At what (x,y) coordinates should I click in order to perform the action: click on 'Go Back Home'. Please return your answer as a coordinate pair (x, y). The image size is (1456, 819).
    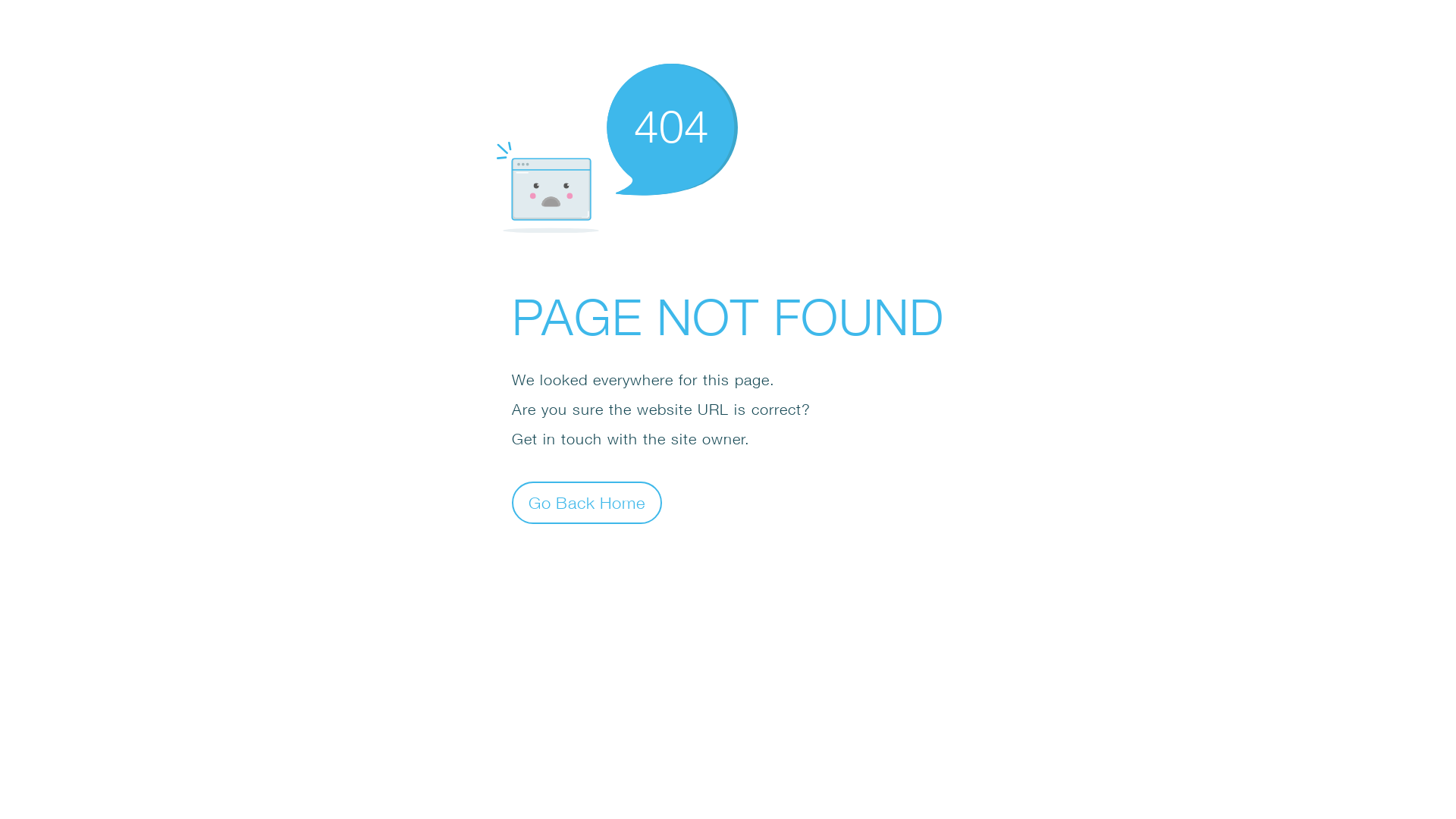
    Looking at the image, I should click on (585, 503).